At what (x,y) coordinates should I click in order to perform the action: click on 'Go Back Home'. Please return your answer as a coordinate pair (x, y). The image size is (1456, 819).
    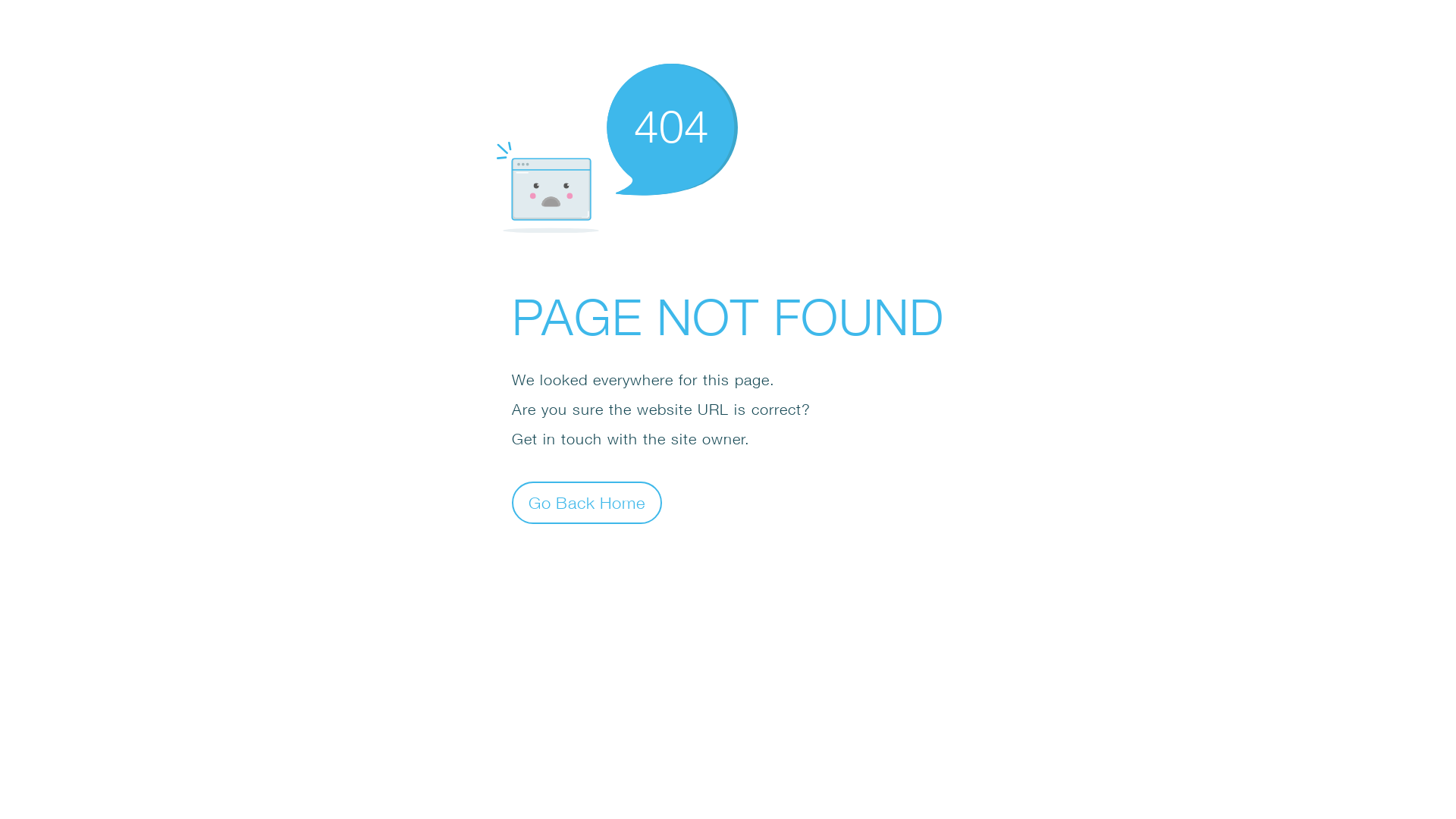
    Looking at the image, I should click on (585, 503).